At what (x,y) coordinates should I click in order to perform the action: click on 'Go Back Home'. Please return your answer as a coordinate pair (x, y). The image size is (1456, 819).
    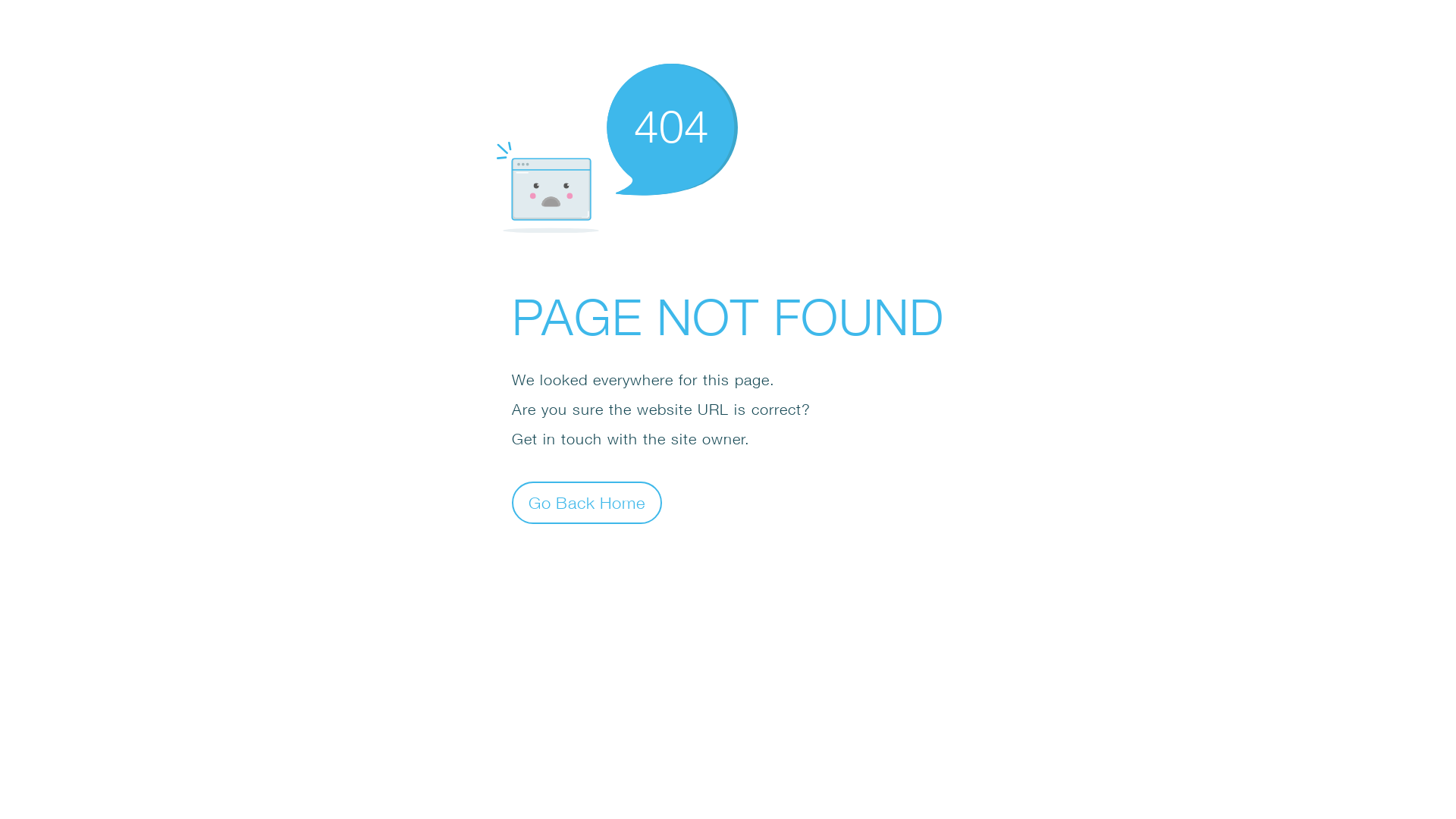
    Looking at the image, I should click on (585, 503).